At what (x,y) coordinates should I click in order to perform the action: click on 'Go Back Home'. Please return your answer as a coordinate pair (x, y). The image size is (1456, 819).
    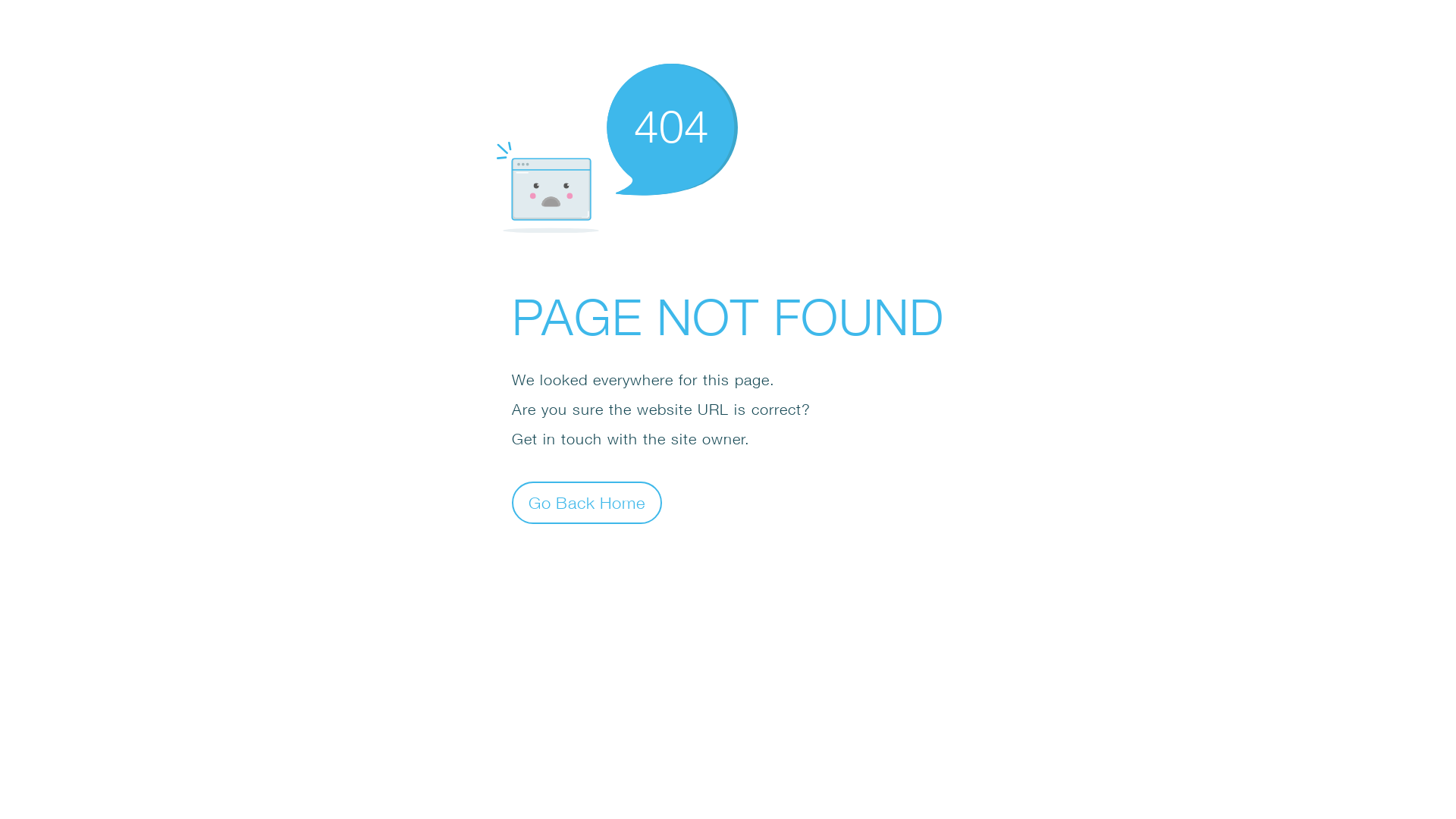
    Looking at the image, I should click on (585, 503).